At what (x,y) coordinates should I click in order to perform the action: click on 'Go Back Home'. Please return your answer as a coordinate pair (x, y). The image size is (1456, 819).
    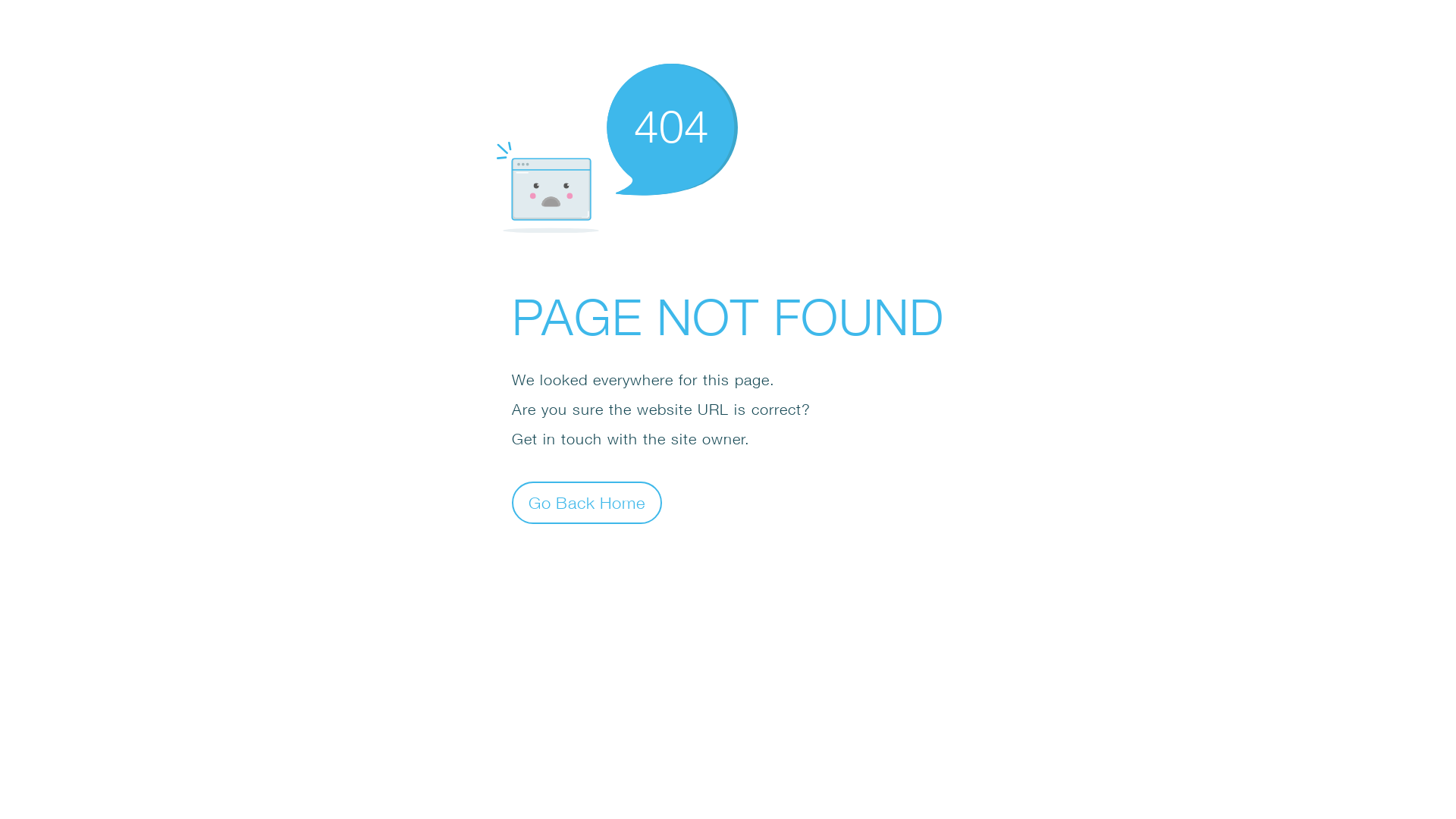
    Looking at the image, I should click on (585, 503).